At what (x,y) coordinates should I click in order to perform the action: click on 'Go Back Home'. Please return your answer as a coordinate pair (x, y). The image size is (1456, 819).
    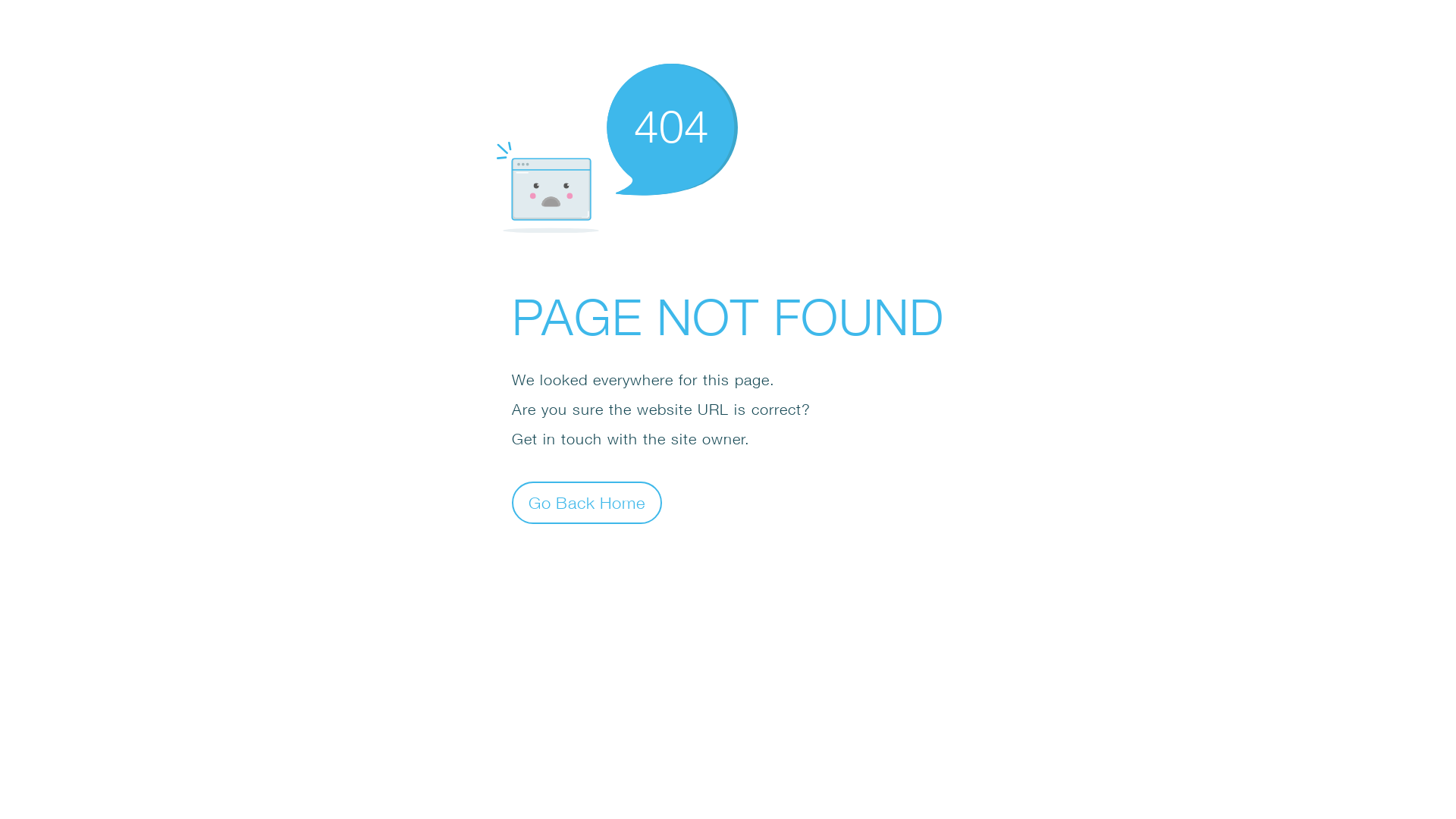
    Looking at the image, I should click on (585, 503).